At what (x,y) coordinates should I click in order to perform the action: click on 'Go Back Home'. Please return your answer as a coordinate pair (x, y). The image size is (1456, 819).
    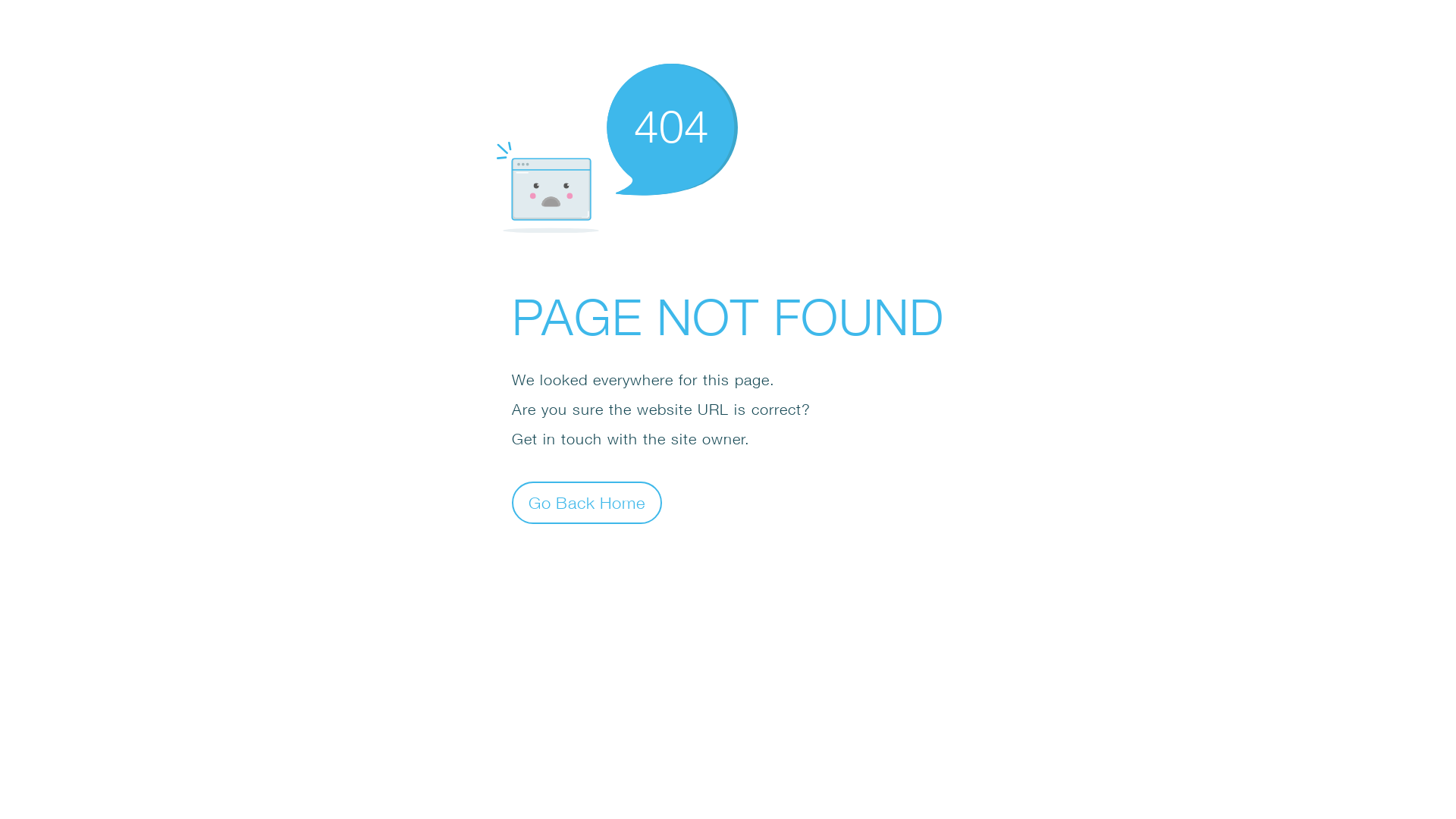
    Looking at the image, I should click on (585, 503).